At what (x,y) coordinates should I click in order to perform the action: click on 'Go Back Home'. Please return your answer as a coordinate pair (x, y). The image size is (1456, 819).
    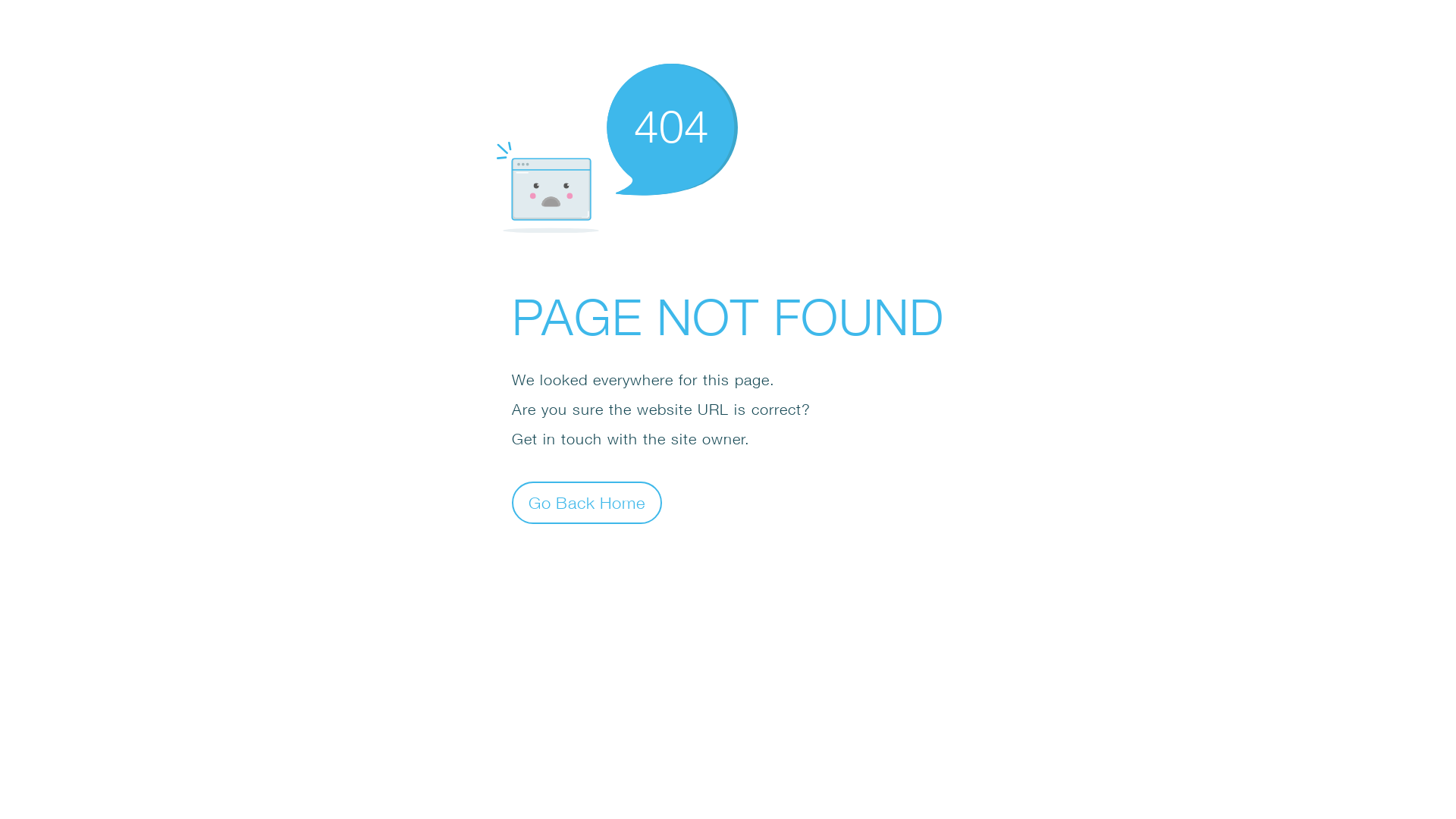
    Looking at the image, I should click on (585, 503).